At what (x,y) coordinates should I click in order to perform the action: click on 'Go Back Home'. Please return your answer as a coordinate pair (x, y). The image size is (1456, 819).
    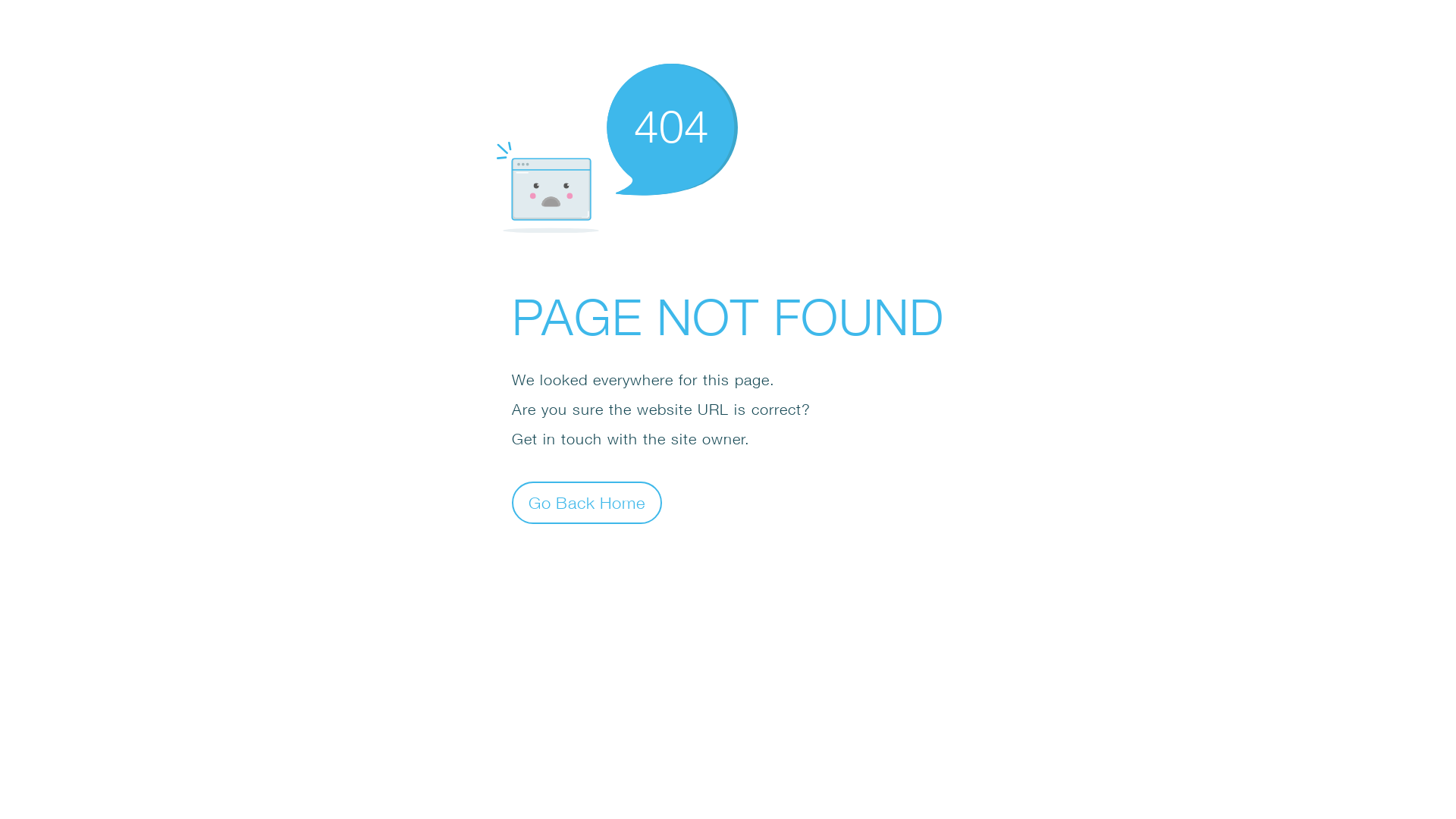
    Looking at the image, I should click on (585, 503).